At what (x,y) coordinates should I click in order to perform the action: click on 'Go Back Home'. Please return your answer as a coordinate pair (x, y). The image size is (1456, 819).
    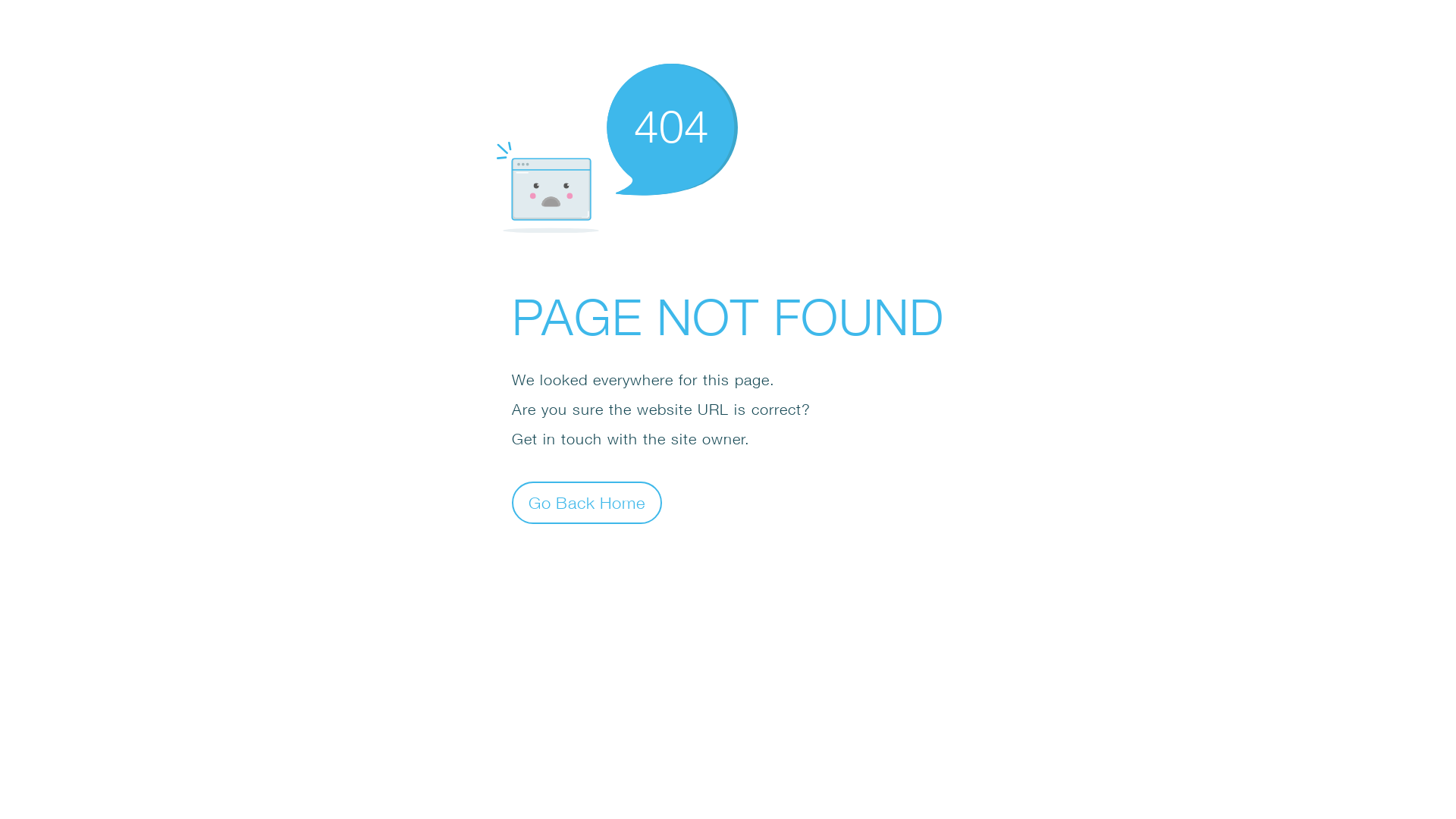
    Looking at the image, I should click on (585, 503).